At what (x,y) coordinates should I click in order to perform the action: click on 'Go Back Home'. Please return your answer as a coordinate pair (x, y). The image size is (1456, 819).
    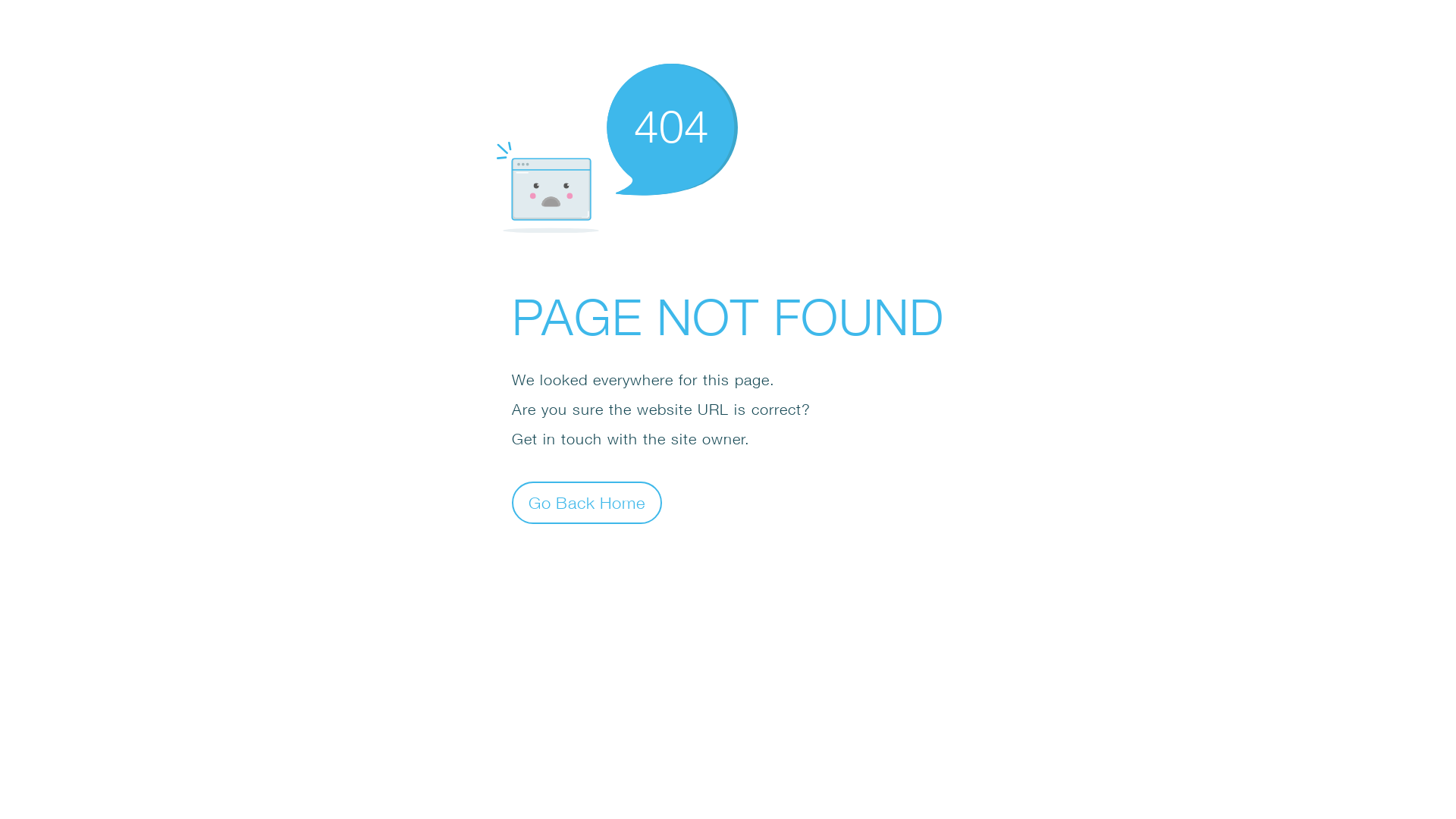
    Looking at the image, I should click on (585, 503).